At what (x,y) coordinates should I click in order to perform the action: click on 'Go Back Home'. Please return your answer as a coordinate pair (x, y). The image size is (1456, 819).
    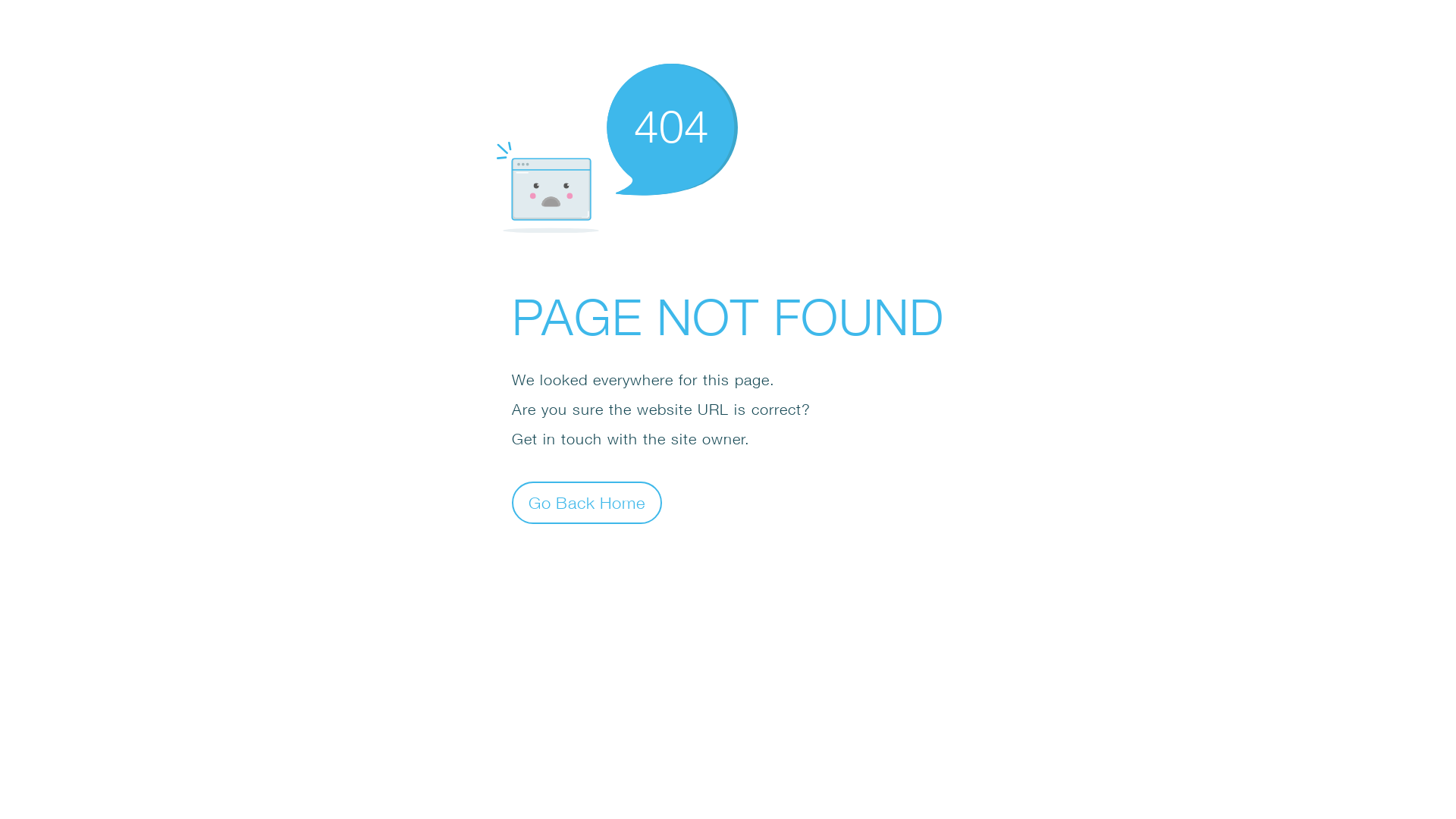
    Looking at the image, I should click on (585, 503).